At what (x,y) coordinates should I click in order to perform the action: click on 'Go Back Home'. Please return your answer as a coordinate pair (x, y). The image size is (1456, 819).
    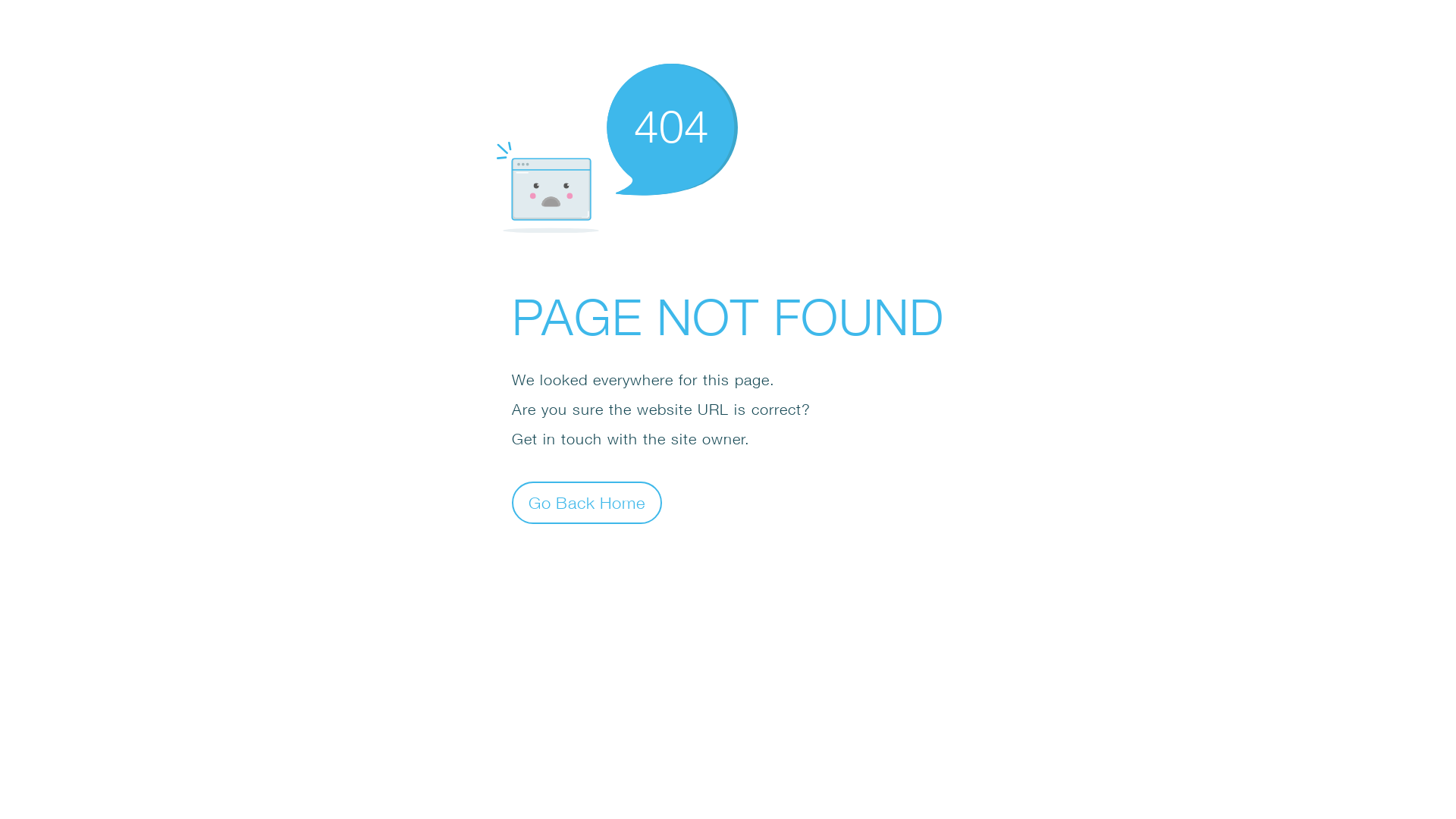
    Looking at the image, I should click on (585, 503).